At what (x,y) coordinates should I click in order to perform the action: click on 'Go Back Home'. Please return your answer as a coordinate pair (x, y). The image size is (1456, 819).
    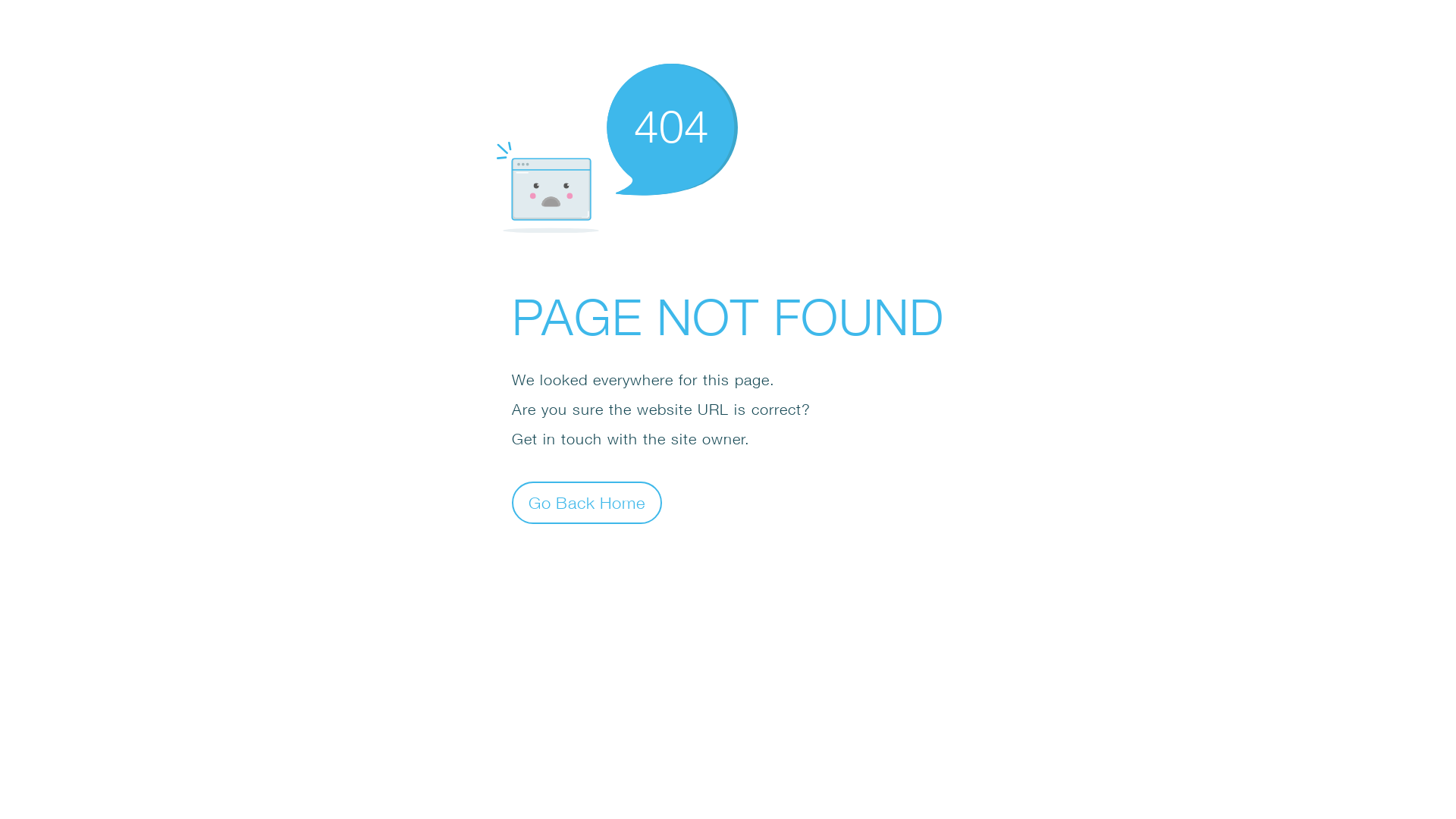
    Looking at the image, I should click on (585, 503).